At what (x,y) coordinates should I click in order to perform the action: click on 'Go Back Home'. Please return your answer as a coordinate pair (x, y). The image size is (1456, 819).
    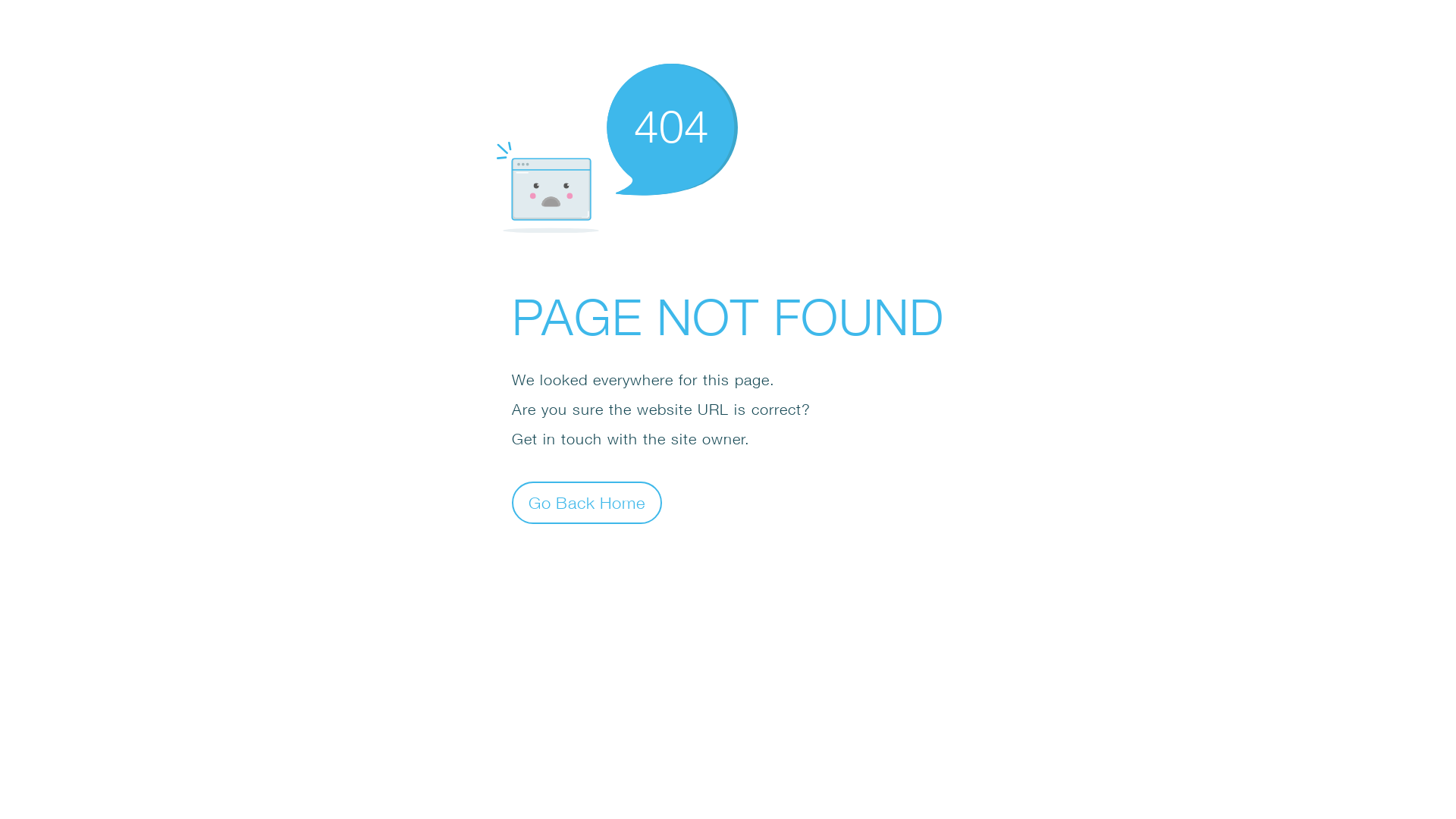
    Looking at the image, I should click on (585, 503).